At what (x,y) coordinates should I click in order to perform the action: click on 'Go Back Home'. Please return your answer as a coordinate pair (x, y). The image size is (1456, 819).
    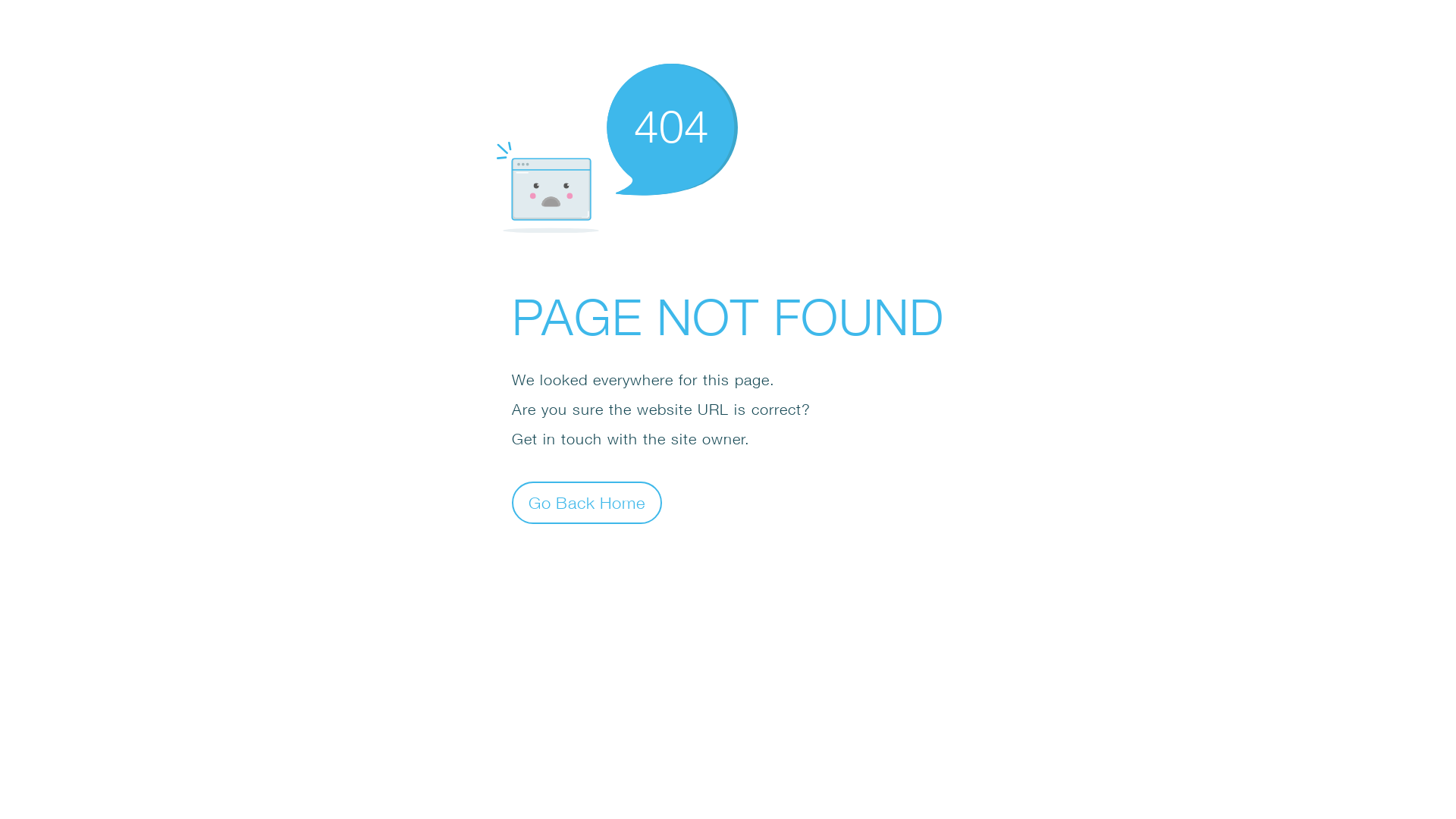
    Looking at the image, I should click on (585, 503).